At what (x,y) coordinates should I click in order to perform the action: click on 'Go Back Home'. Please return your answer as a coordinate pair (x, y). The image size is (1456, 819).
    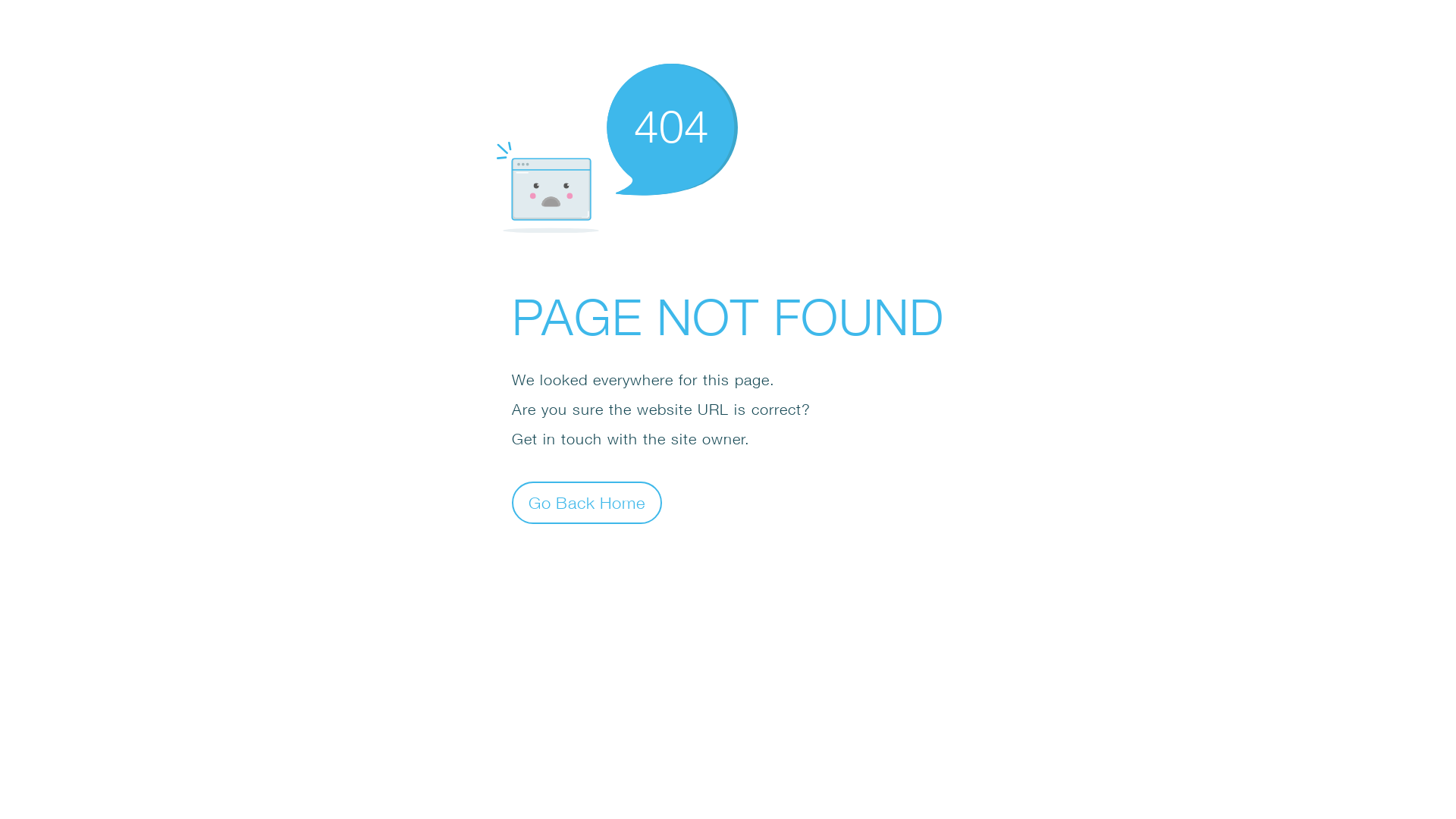
    Looking at the image, I should click on (585, 503).